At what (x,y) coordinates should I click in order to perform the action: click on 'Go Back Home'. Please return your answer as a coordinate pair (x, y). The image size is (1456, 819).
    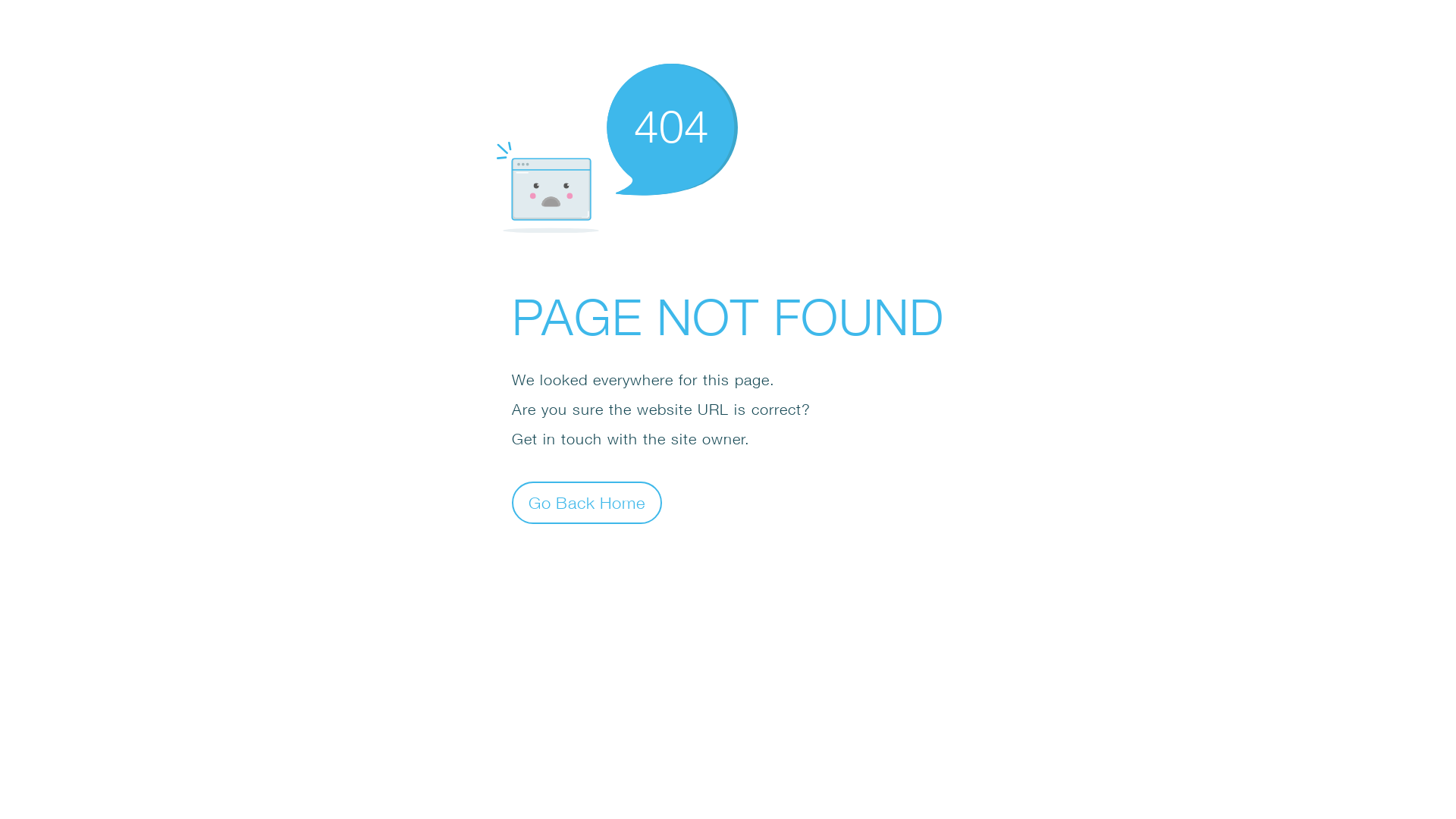
    Looking at the image, I should click on (585, 503).